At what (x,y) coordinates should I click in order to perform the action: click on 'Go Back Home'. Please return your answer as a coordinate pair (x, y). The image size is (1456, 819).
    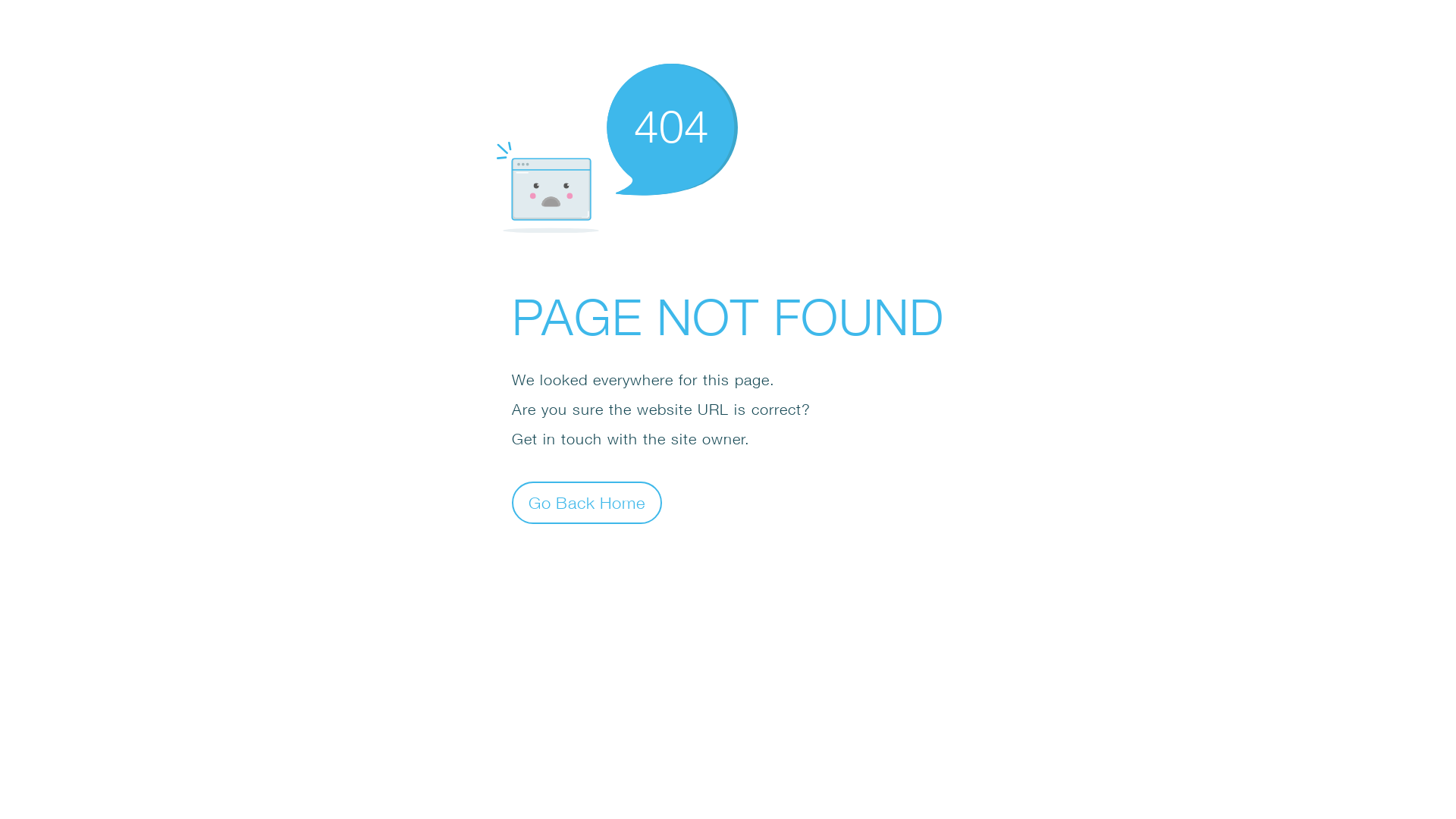
    Looking at the image, I should click on (585, 503).